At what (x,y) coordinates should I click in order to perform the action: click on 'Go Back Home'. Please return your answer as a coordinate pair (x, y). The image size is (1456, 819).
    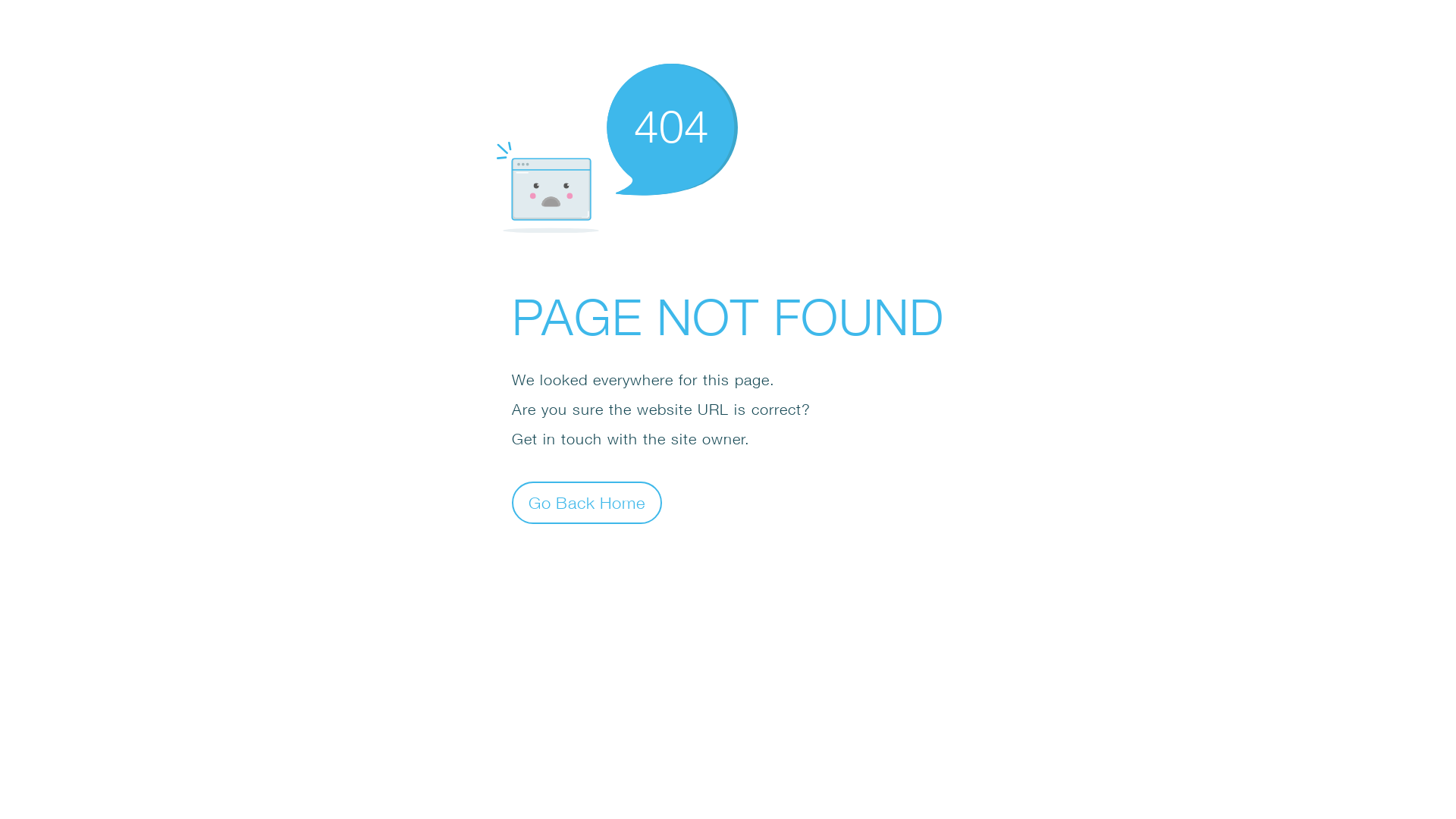
    Looking at the image, I should click on (585, 503).